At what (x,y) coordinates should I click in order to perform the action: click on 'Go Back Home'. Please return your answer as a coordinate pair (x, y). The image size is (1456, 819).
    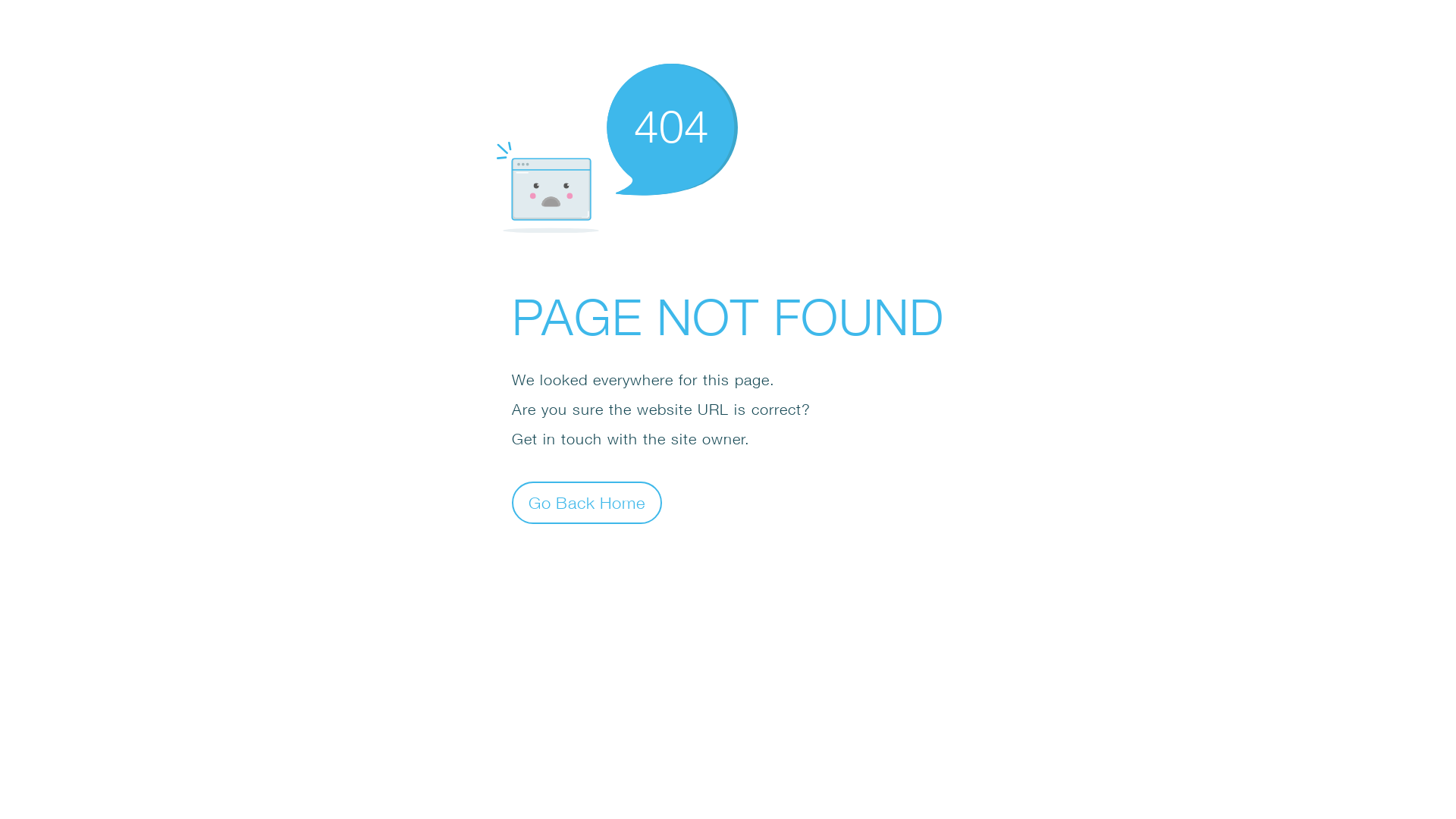
    Looking at the image, I should click on (585, 503).